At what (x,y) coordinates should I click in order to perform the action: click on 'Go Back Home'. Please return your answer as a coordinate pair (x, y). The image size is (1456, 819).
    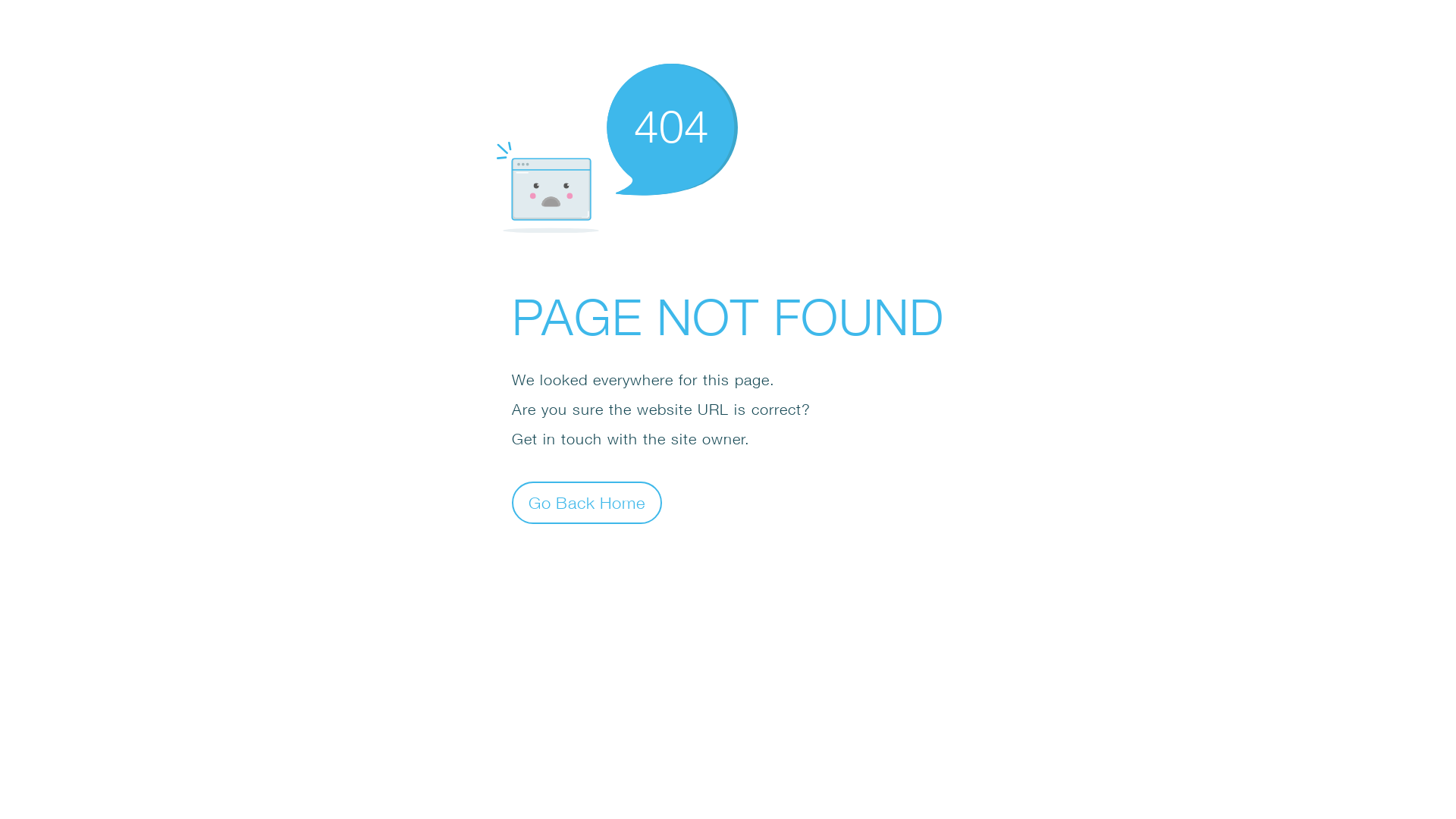
    Looking at the image, I should click on (585, 503).